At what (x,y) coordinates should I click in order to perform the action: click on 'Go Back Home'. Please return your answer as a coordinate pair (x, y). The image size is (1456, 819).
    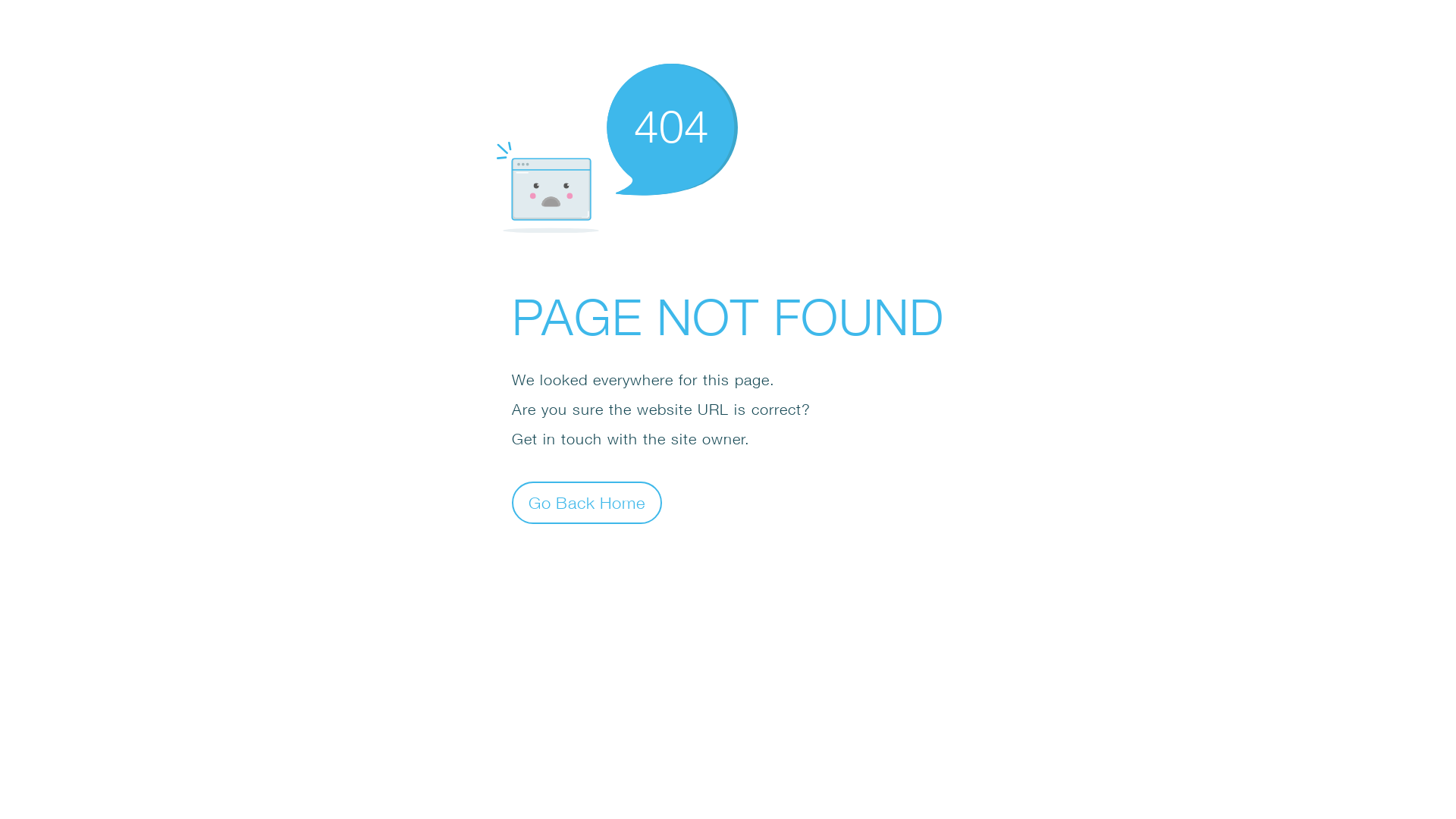
    Looking at the image, I should click on (585, 503).